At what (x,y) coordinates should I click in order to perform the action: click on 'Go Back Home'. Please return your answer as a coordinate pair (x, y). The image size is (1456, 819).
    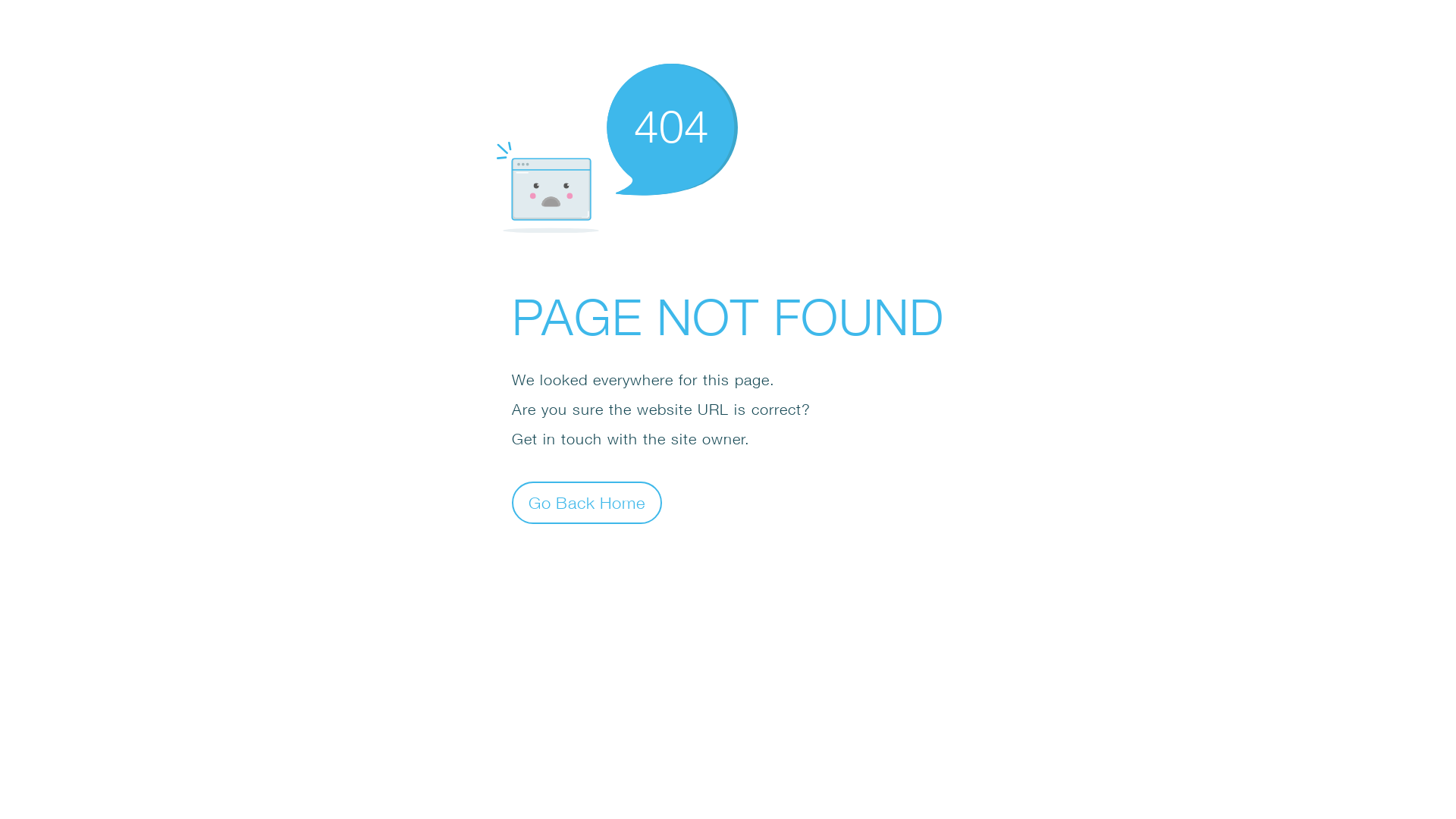
    Looking at the image, I should click on (585, 503).